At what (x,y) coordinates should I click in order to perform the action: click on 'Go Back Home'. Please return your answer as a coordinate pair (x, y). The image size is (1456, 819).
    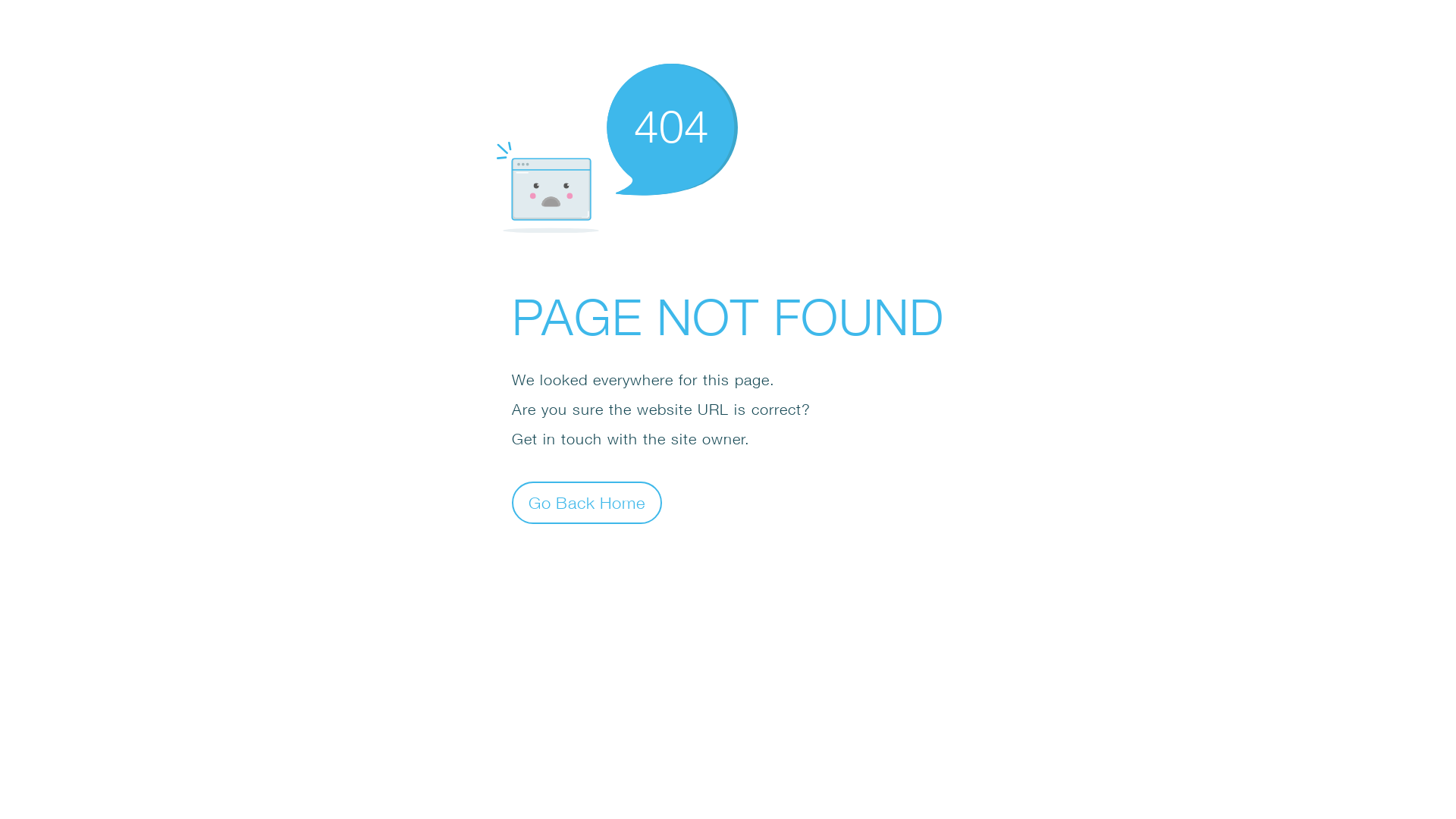
    Looking at the image, I should click on (585, 503).